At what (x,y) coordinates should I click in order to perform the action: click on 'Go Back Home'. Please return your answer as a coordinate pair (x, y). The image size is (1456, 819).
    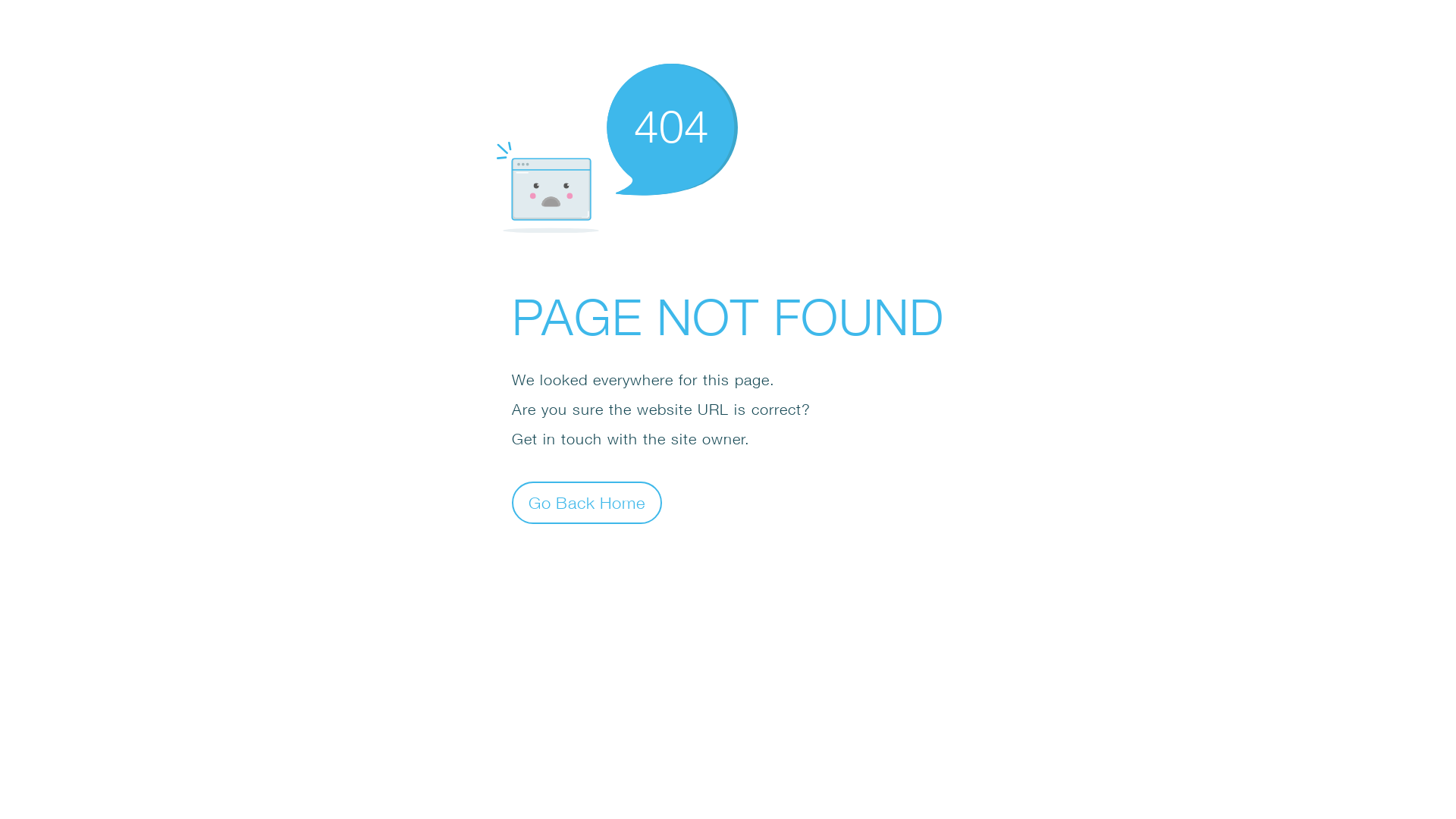
    Looking at the image, I should click on (585, 503).